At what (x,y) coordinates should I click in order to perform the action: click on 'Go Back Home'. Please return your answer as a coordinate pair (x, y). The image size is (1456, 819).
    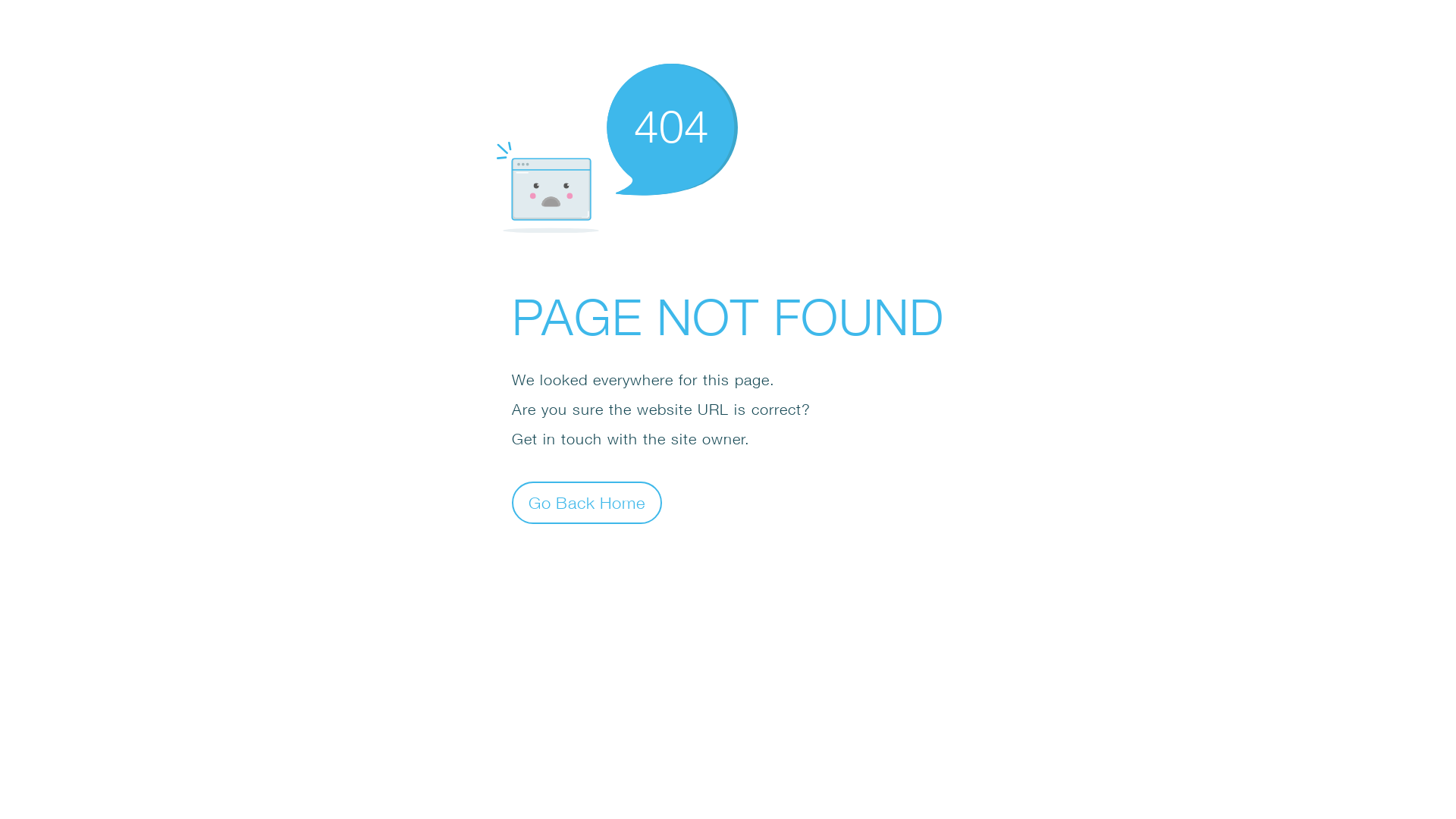
    Looking at the image, I should click on (585, 503).